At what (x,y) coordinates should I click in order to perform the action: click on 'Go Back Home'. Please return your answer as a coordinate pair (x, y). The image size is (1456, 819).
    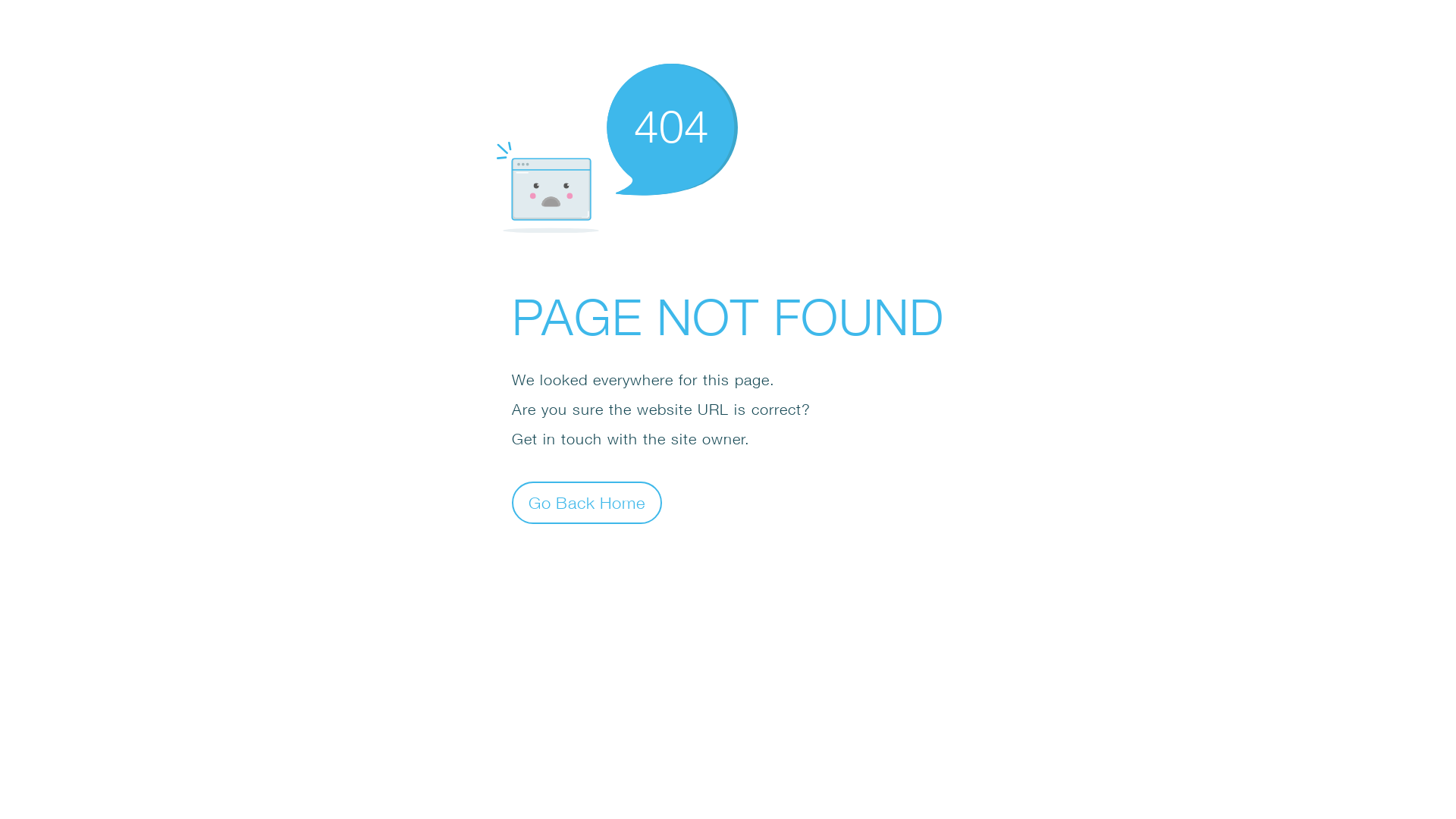
    Looking at the image, I should click on (585, 503).